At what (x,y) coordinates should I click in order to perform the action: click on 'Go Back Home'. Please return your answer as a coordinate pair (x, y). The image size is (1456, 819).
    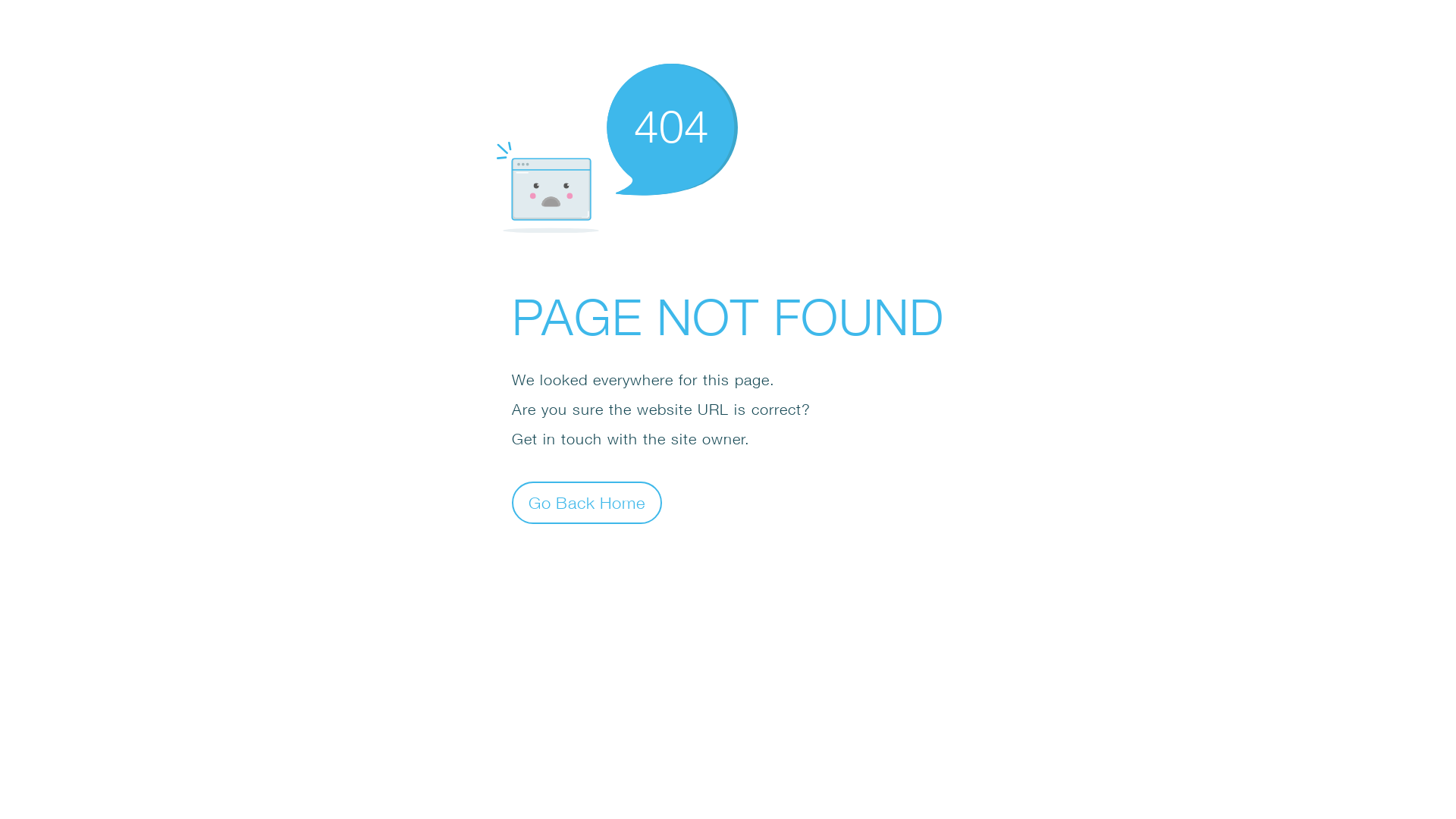
    Looking at the image, I should click on (585, 503).